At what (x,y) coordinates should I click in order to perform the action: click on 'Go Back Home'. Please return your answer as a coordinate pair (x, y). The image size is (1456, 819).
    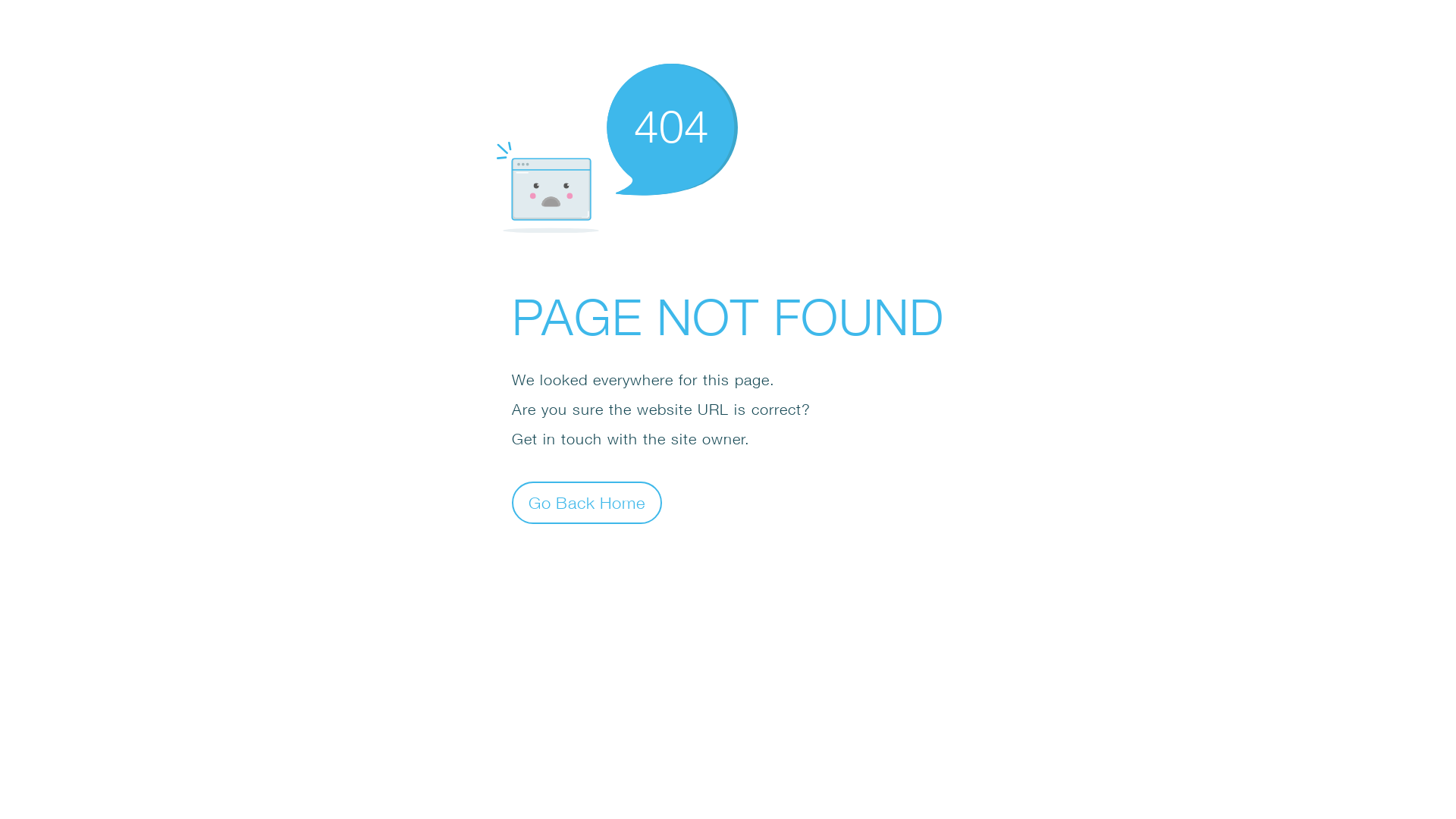
    Looking at the image, I should click on (585, 503).